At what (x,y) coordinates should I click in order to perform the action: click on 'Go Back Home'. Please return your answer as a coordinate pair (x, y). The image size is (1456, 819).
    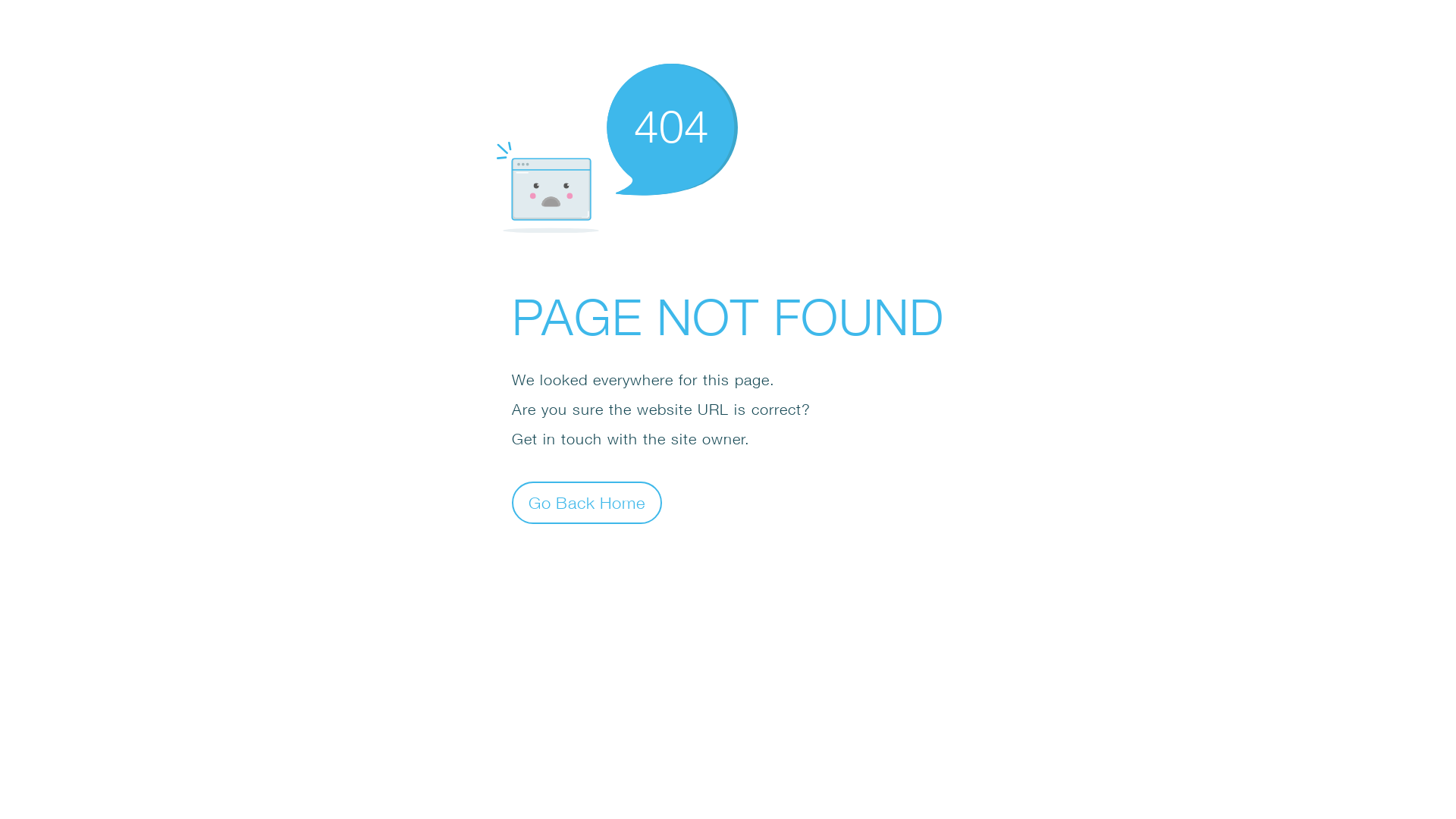
    Looking at the image, I should click on (585, 503).